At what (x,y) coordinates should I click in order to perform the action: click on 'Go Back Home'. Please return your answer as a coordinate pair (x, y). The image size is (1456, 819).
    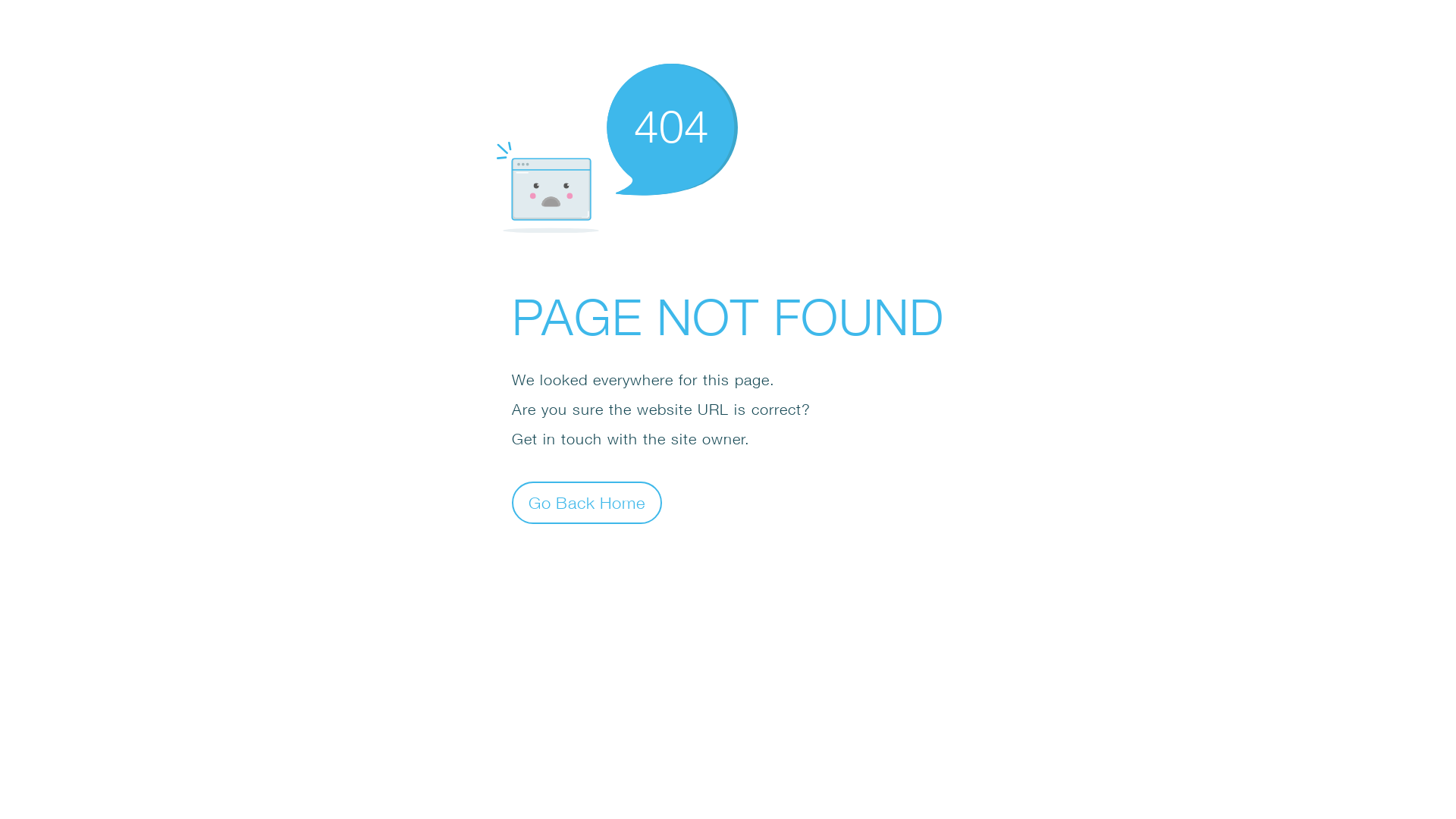
    Looking at the image, I should click on (585, 503).